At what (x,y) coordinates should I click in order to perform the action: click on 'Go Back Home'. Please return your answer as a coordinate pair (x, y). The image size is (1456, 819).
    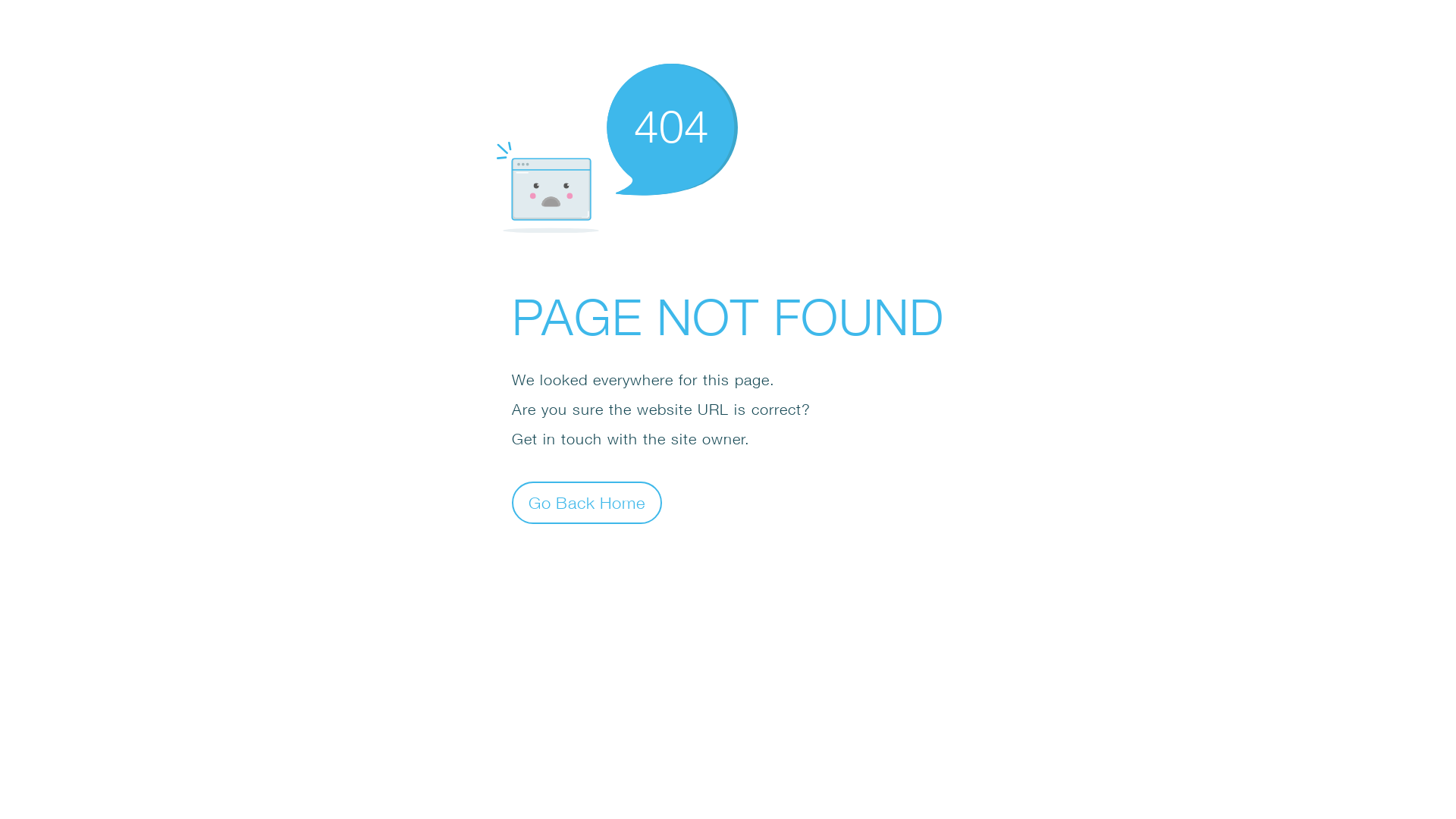
    Looking at the image, I should click on (585, 503).